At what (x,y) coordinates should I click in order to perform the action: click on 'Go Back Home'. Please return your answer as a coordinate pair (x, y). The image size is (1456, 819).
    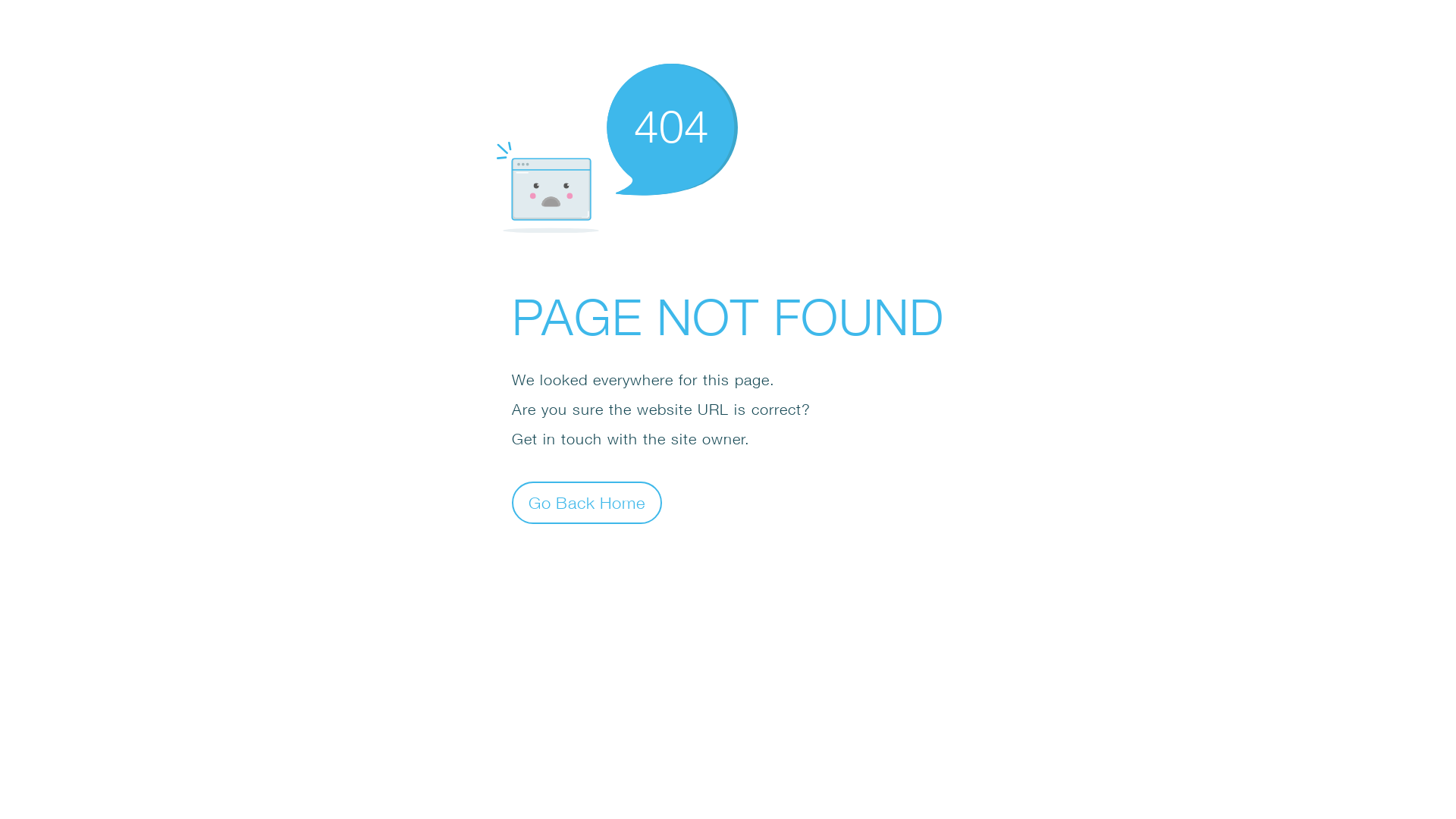
    Looking at the image, I should click on (585, 503).